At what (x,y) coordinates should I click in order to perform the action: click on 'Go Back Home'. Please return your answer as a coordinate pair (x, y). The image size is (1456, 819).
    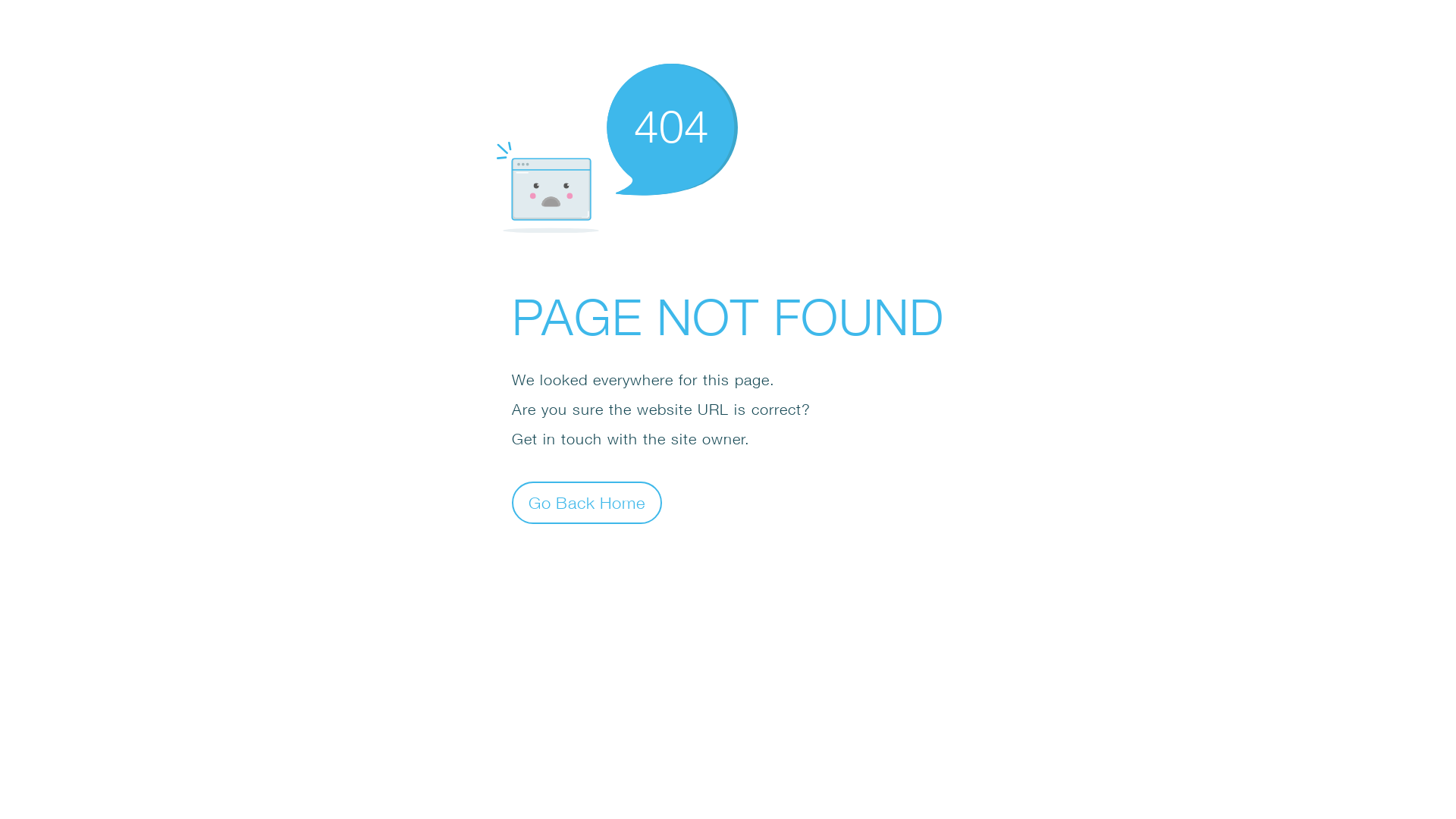
    Looking at the image, I should click on (585, 503).